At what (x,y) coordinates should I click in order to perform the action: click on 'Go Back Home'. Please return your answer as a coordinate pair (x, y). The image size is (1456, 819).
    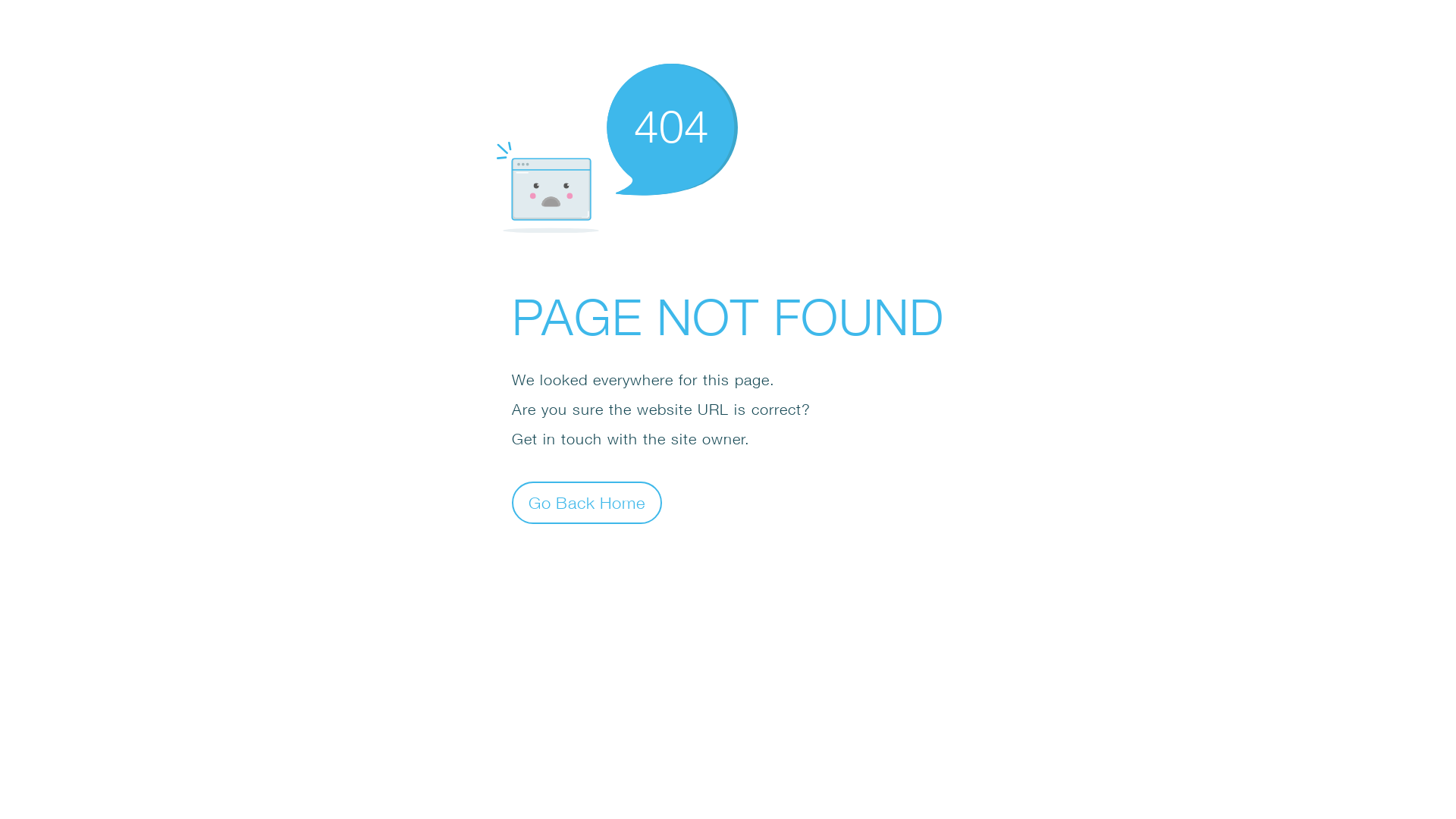
    Looking at the image, I should click on (585, 503).